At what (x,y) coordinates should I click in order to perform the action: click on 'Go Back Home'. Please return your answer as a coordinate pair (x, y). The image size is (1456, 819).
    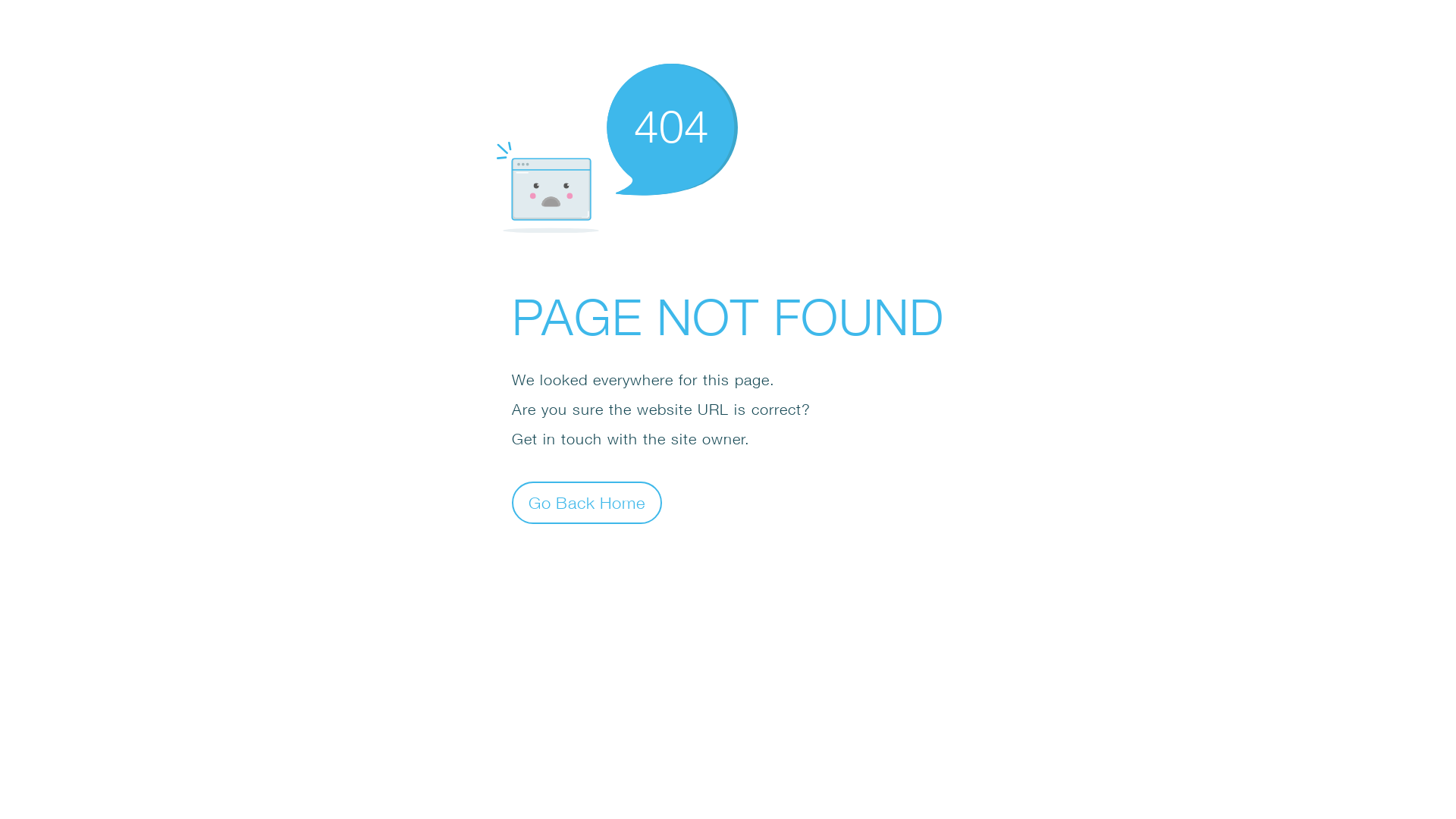
    Looking at the image, I should click on (585, 503).